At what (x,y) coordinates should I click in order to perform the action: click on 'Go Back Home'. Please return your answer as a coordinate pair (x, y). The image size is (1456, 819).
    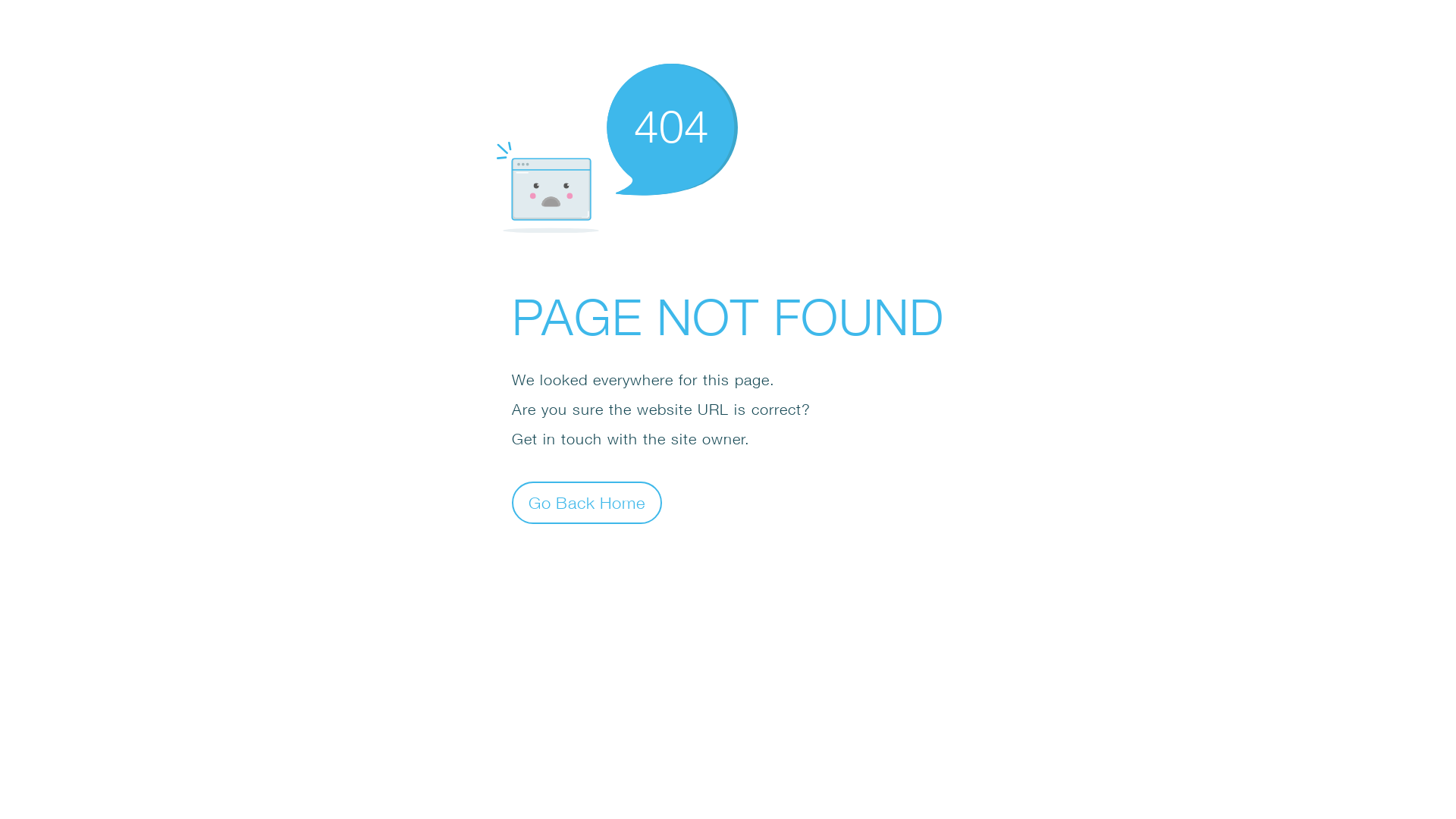
    Looking at the image, I should click on (585, 503).